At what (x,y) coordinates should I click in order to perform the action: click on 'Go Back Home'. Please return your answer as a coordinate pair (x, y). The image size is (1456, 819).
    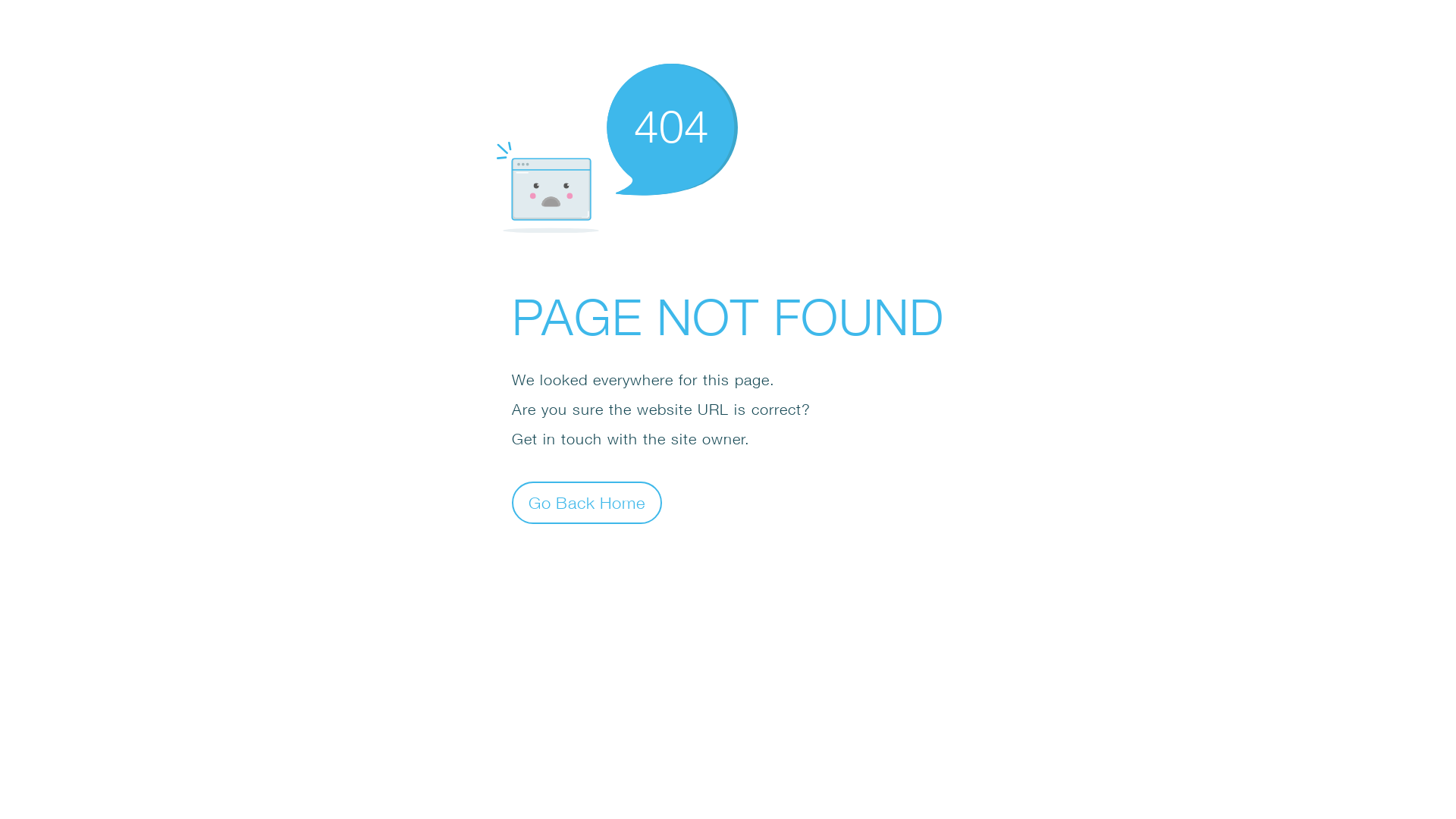
    Looking at the image, I should click on (585, 503).